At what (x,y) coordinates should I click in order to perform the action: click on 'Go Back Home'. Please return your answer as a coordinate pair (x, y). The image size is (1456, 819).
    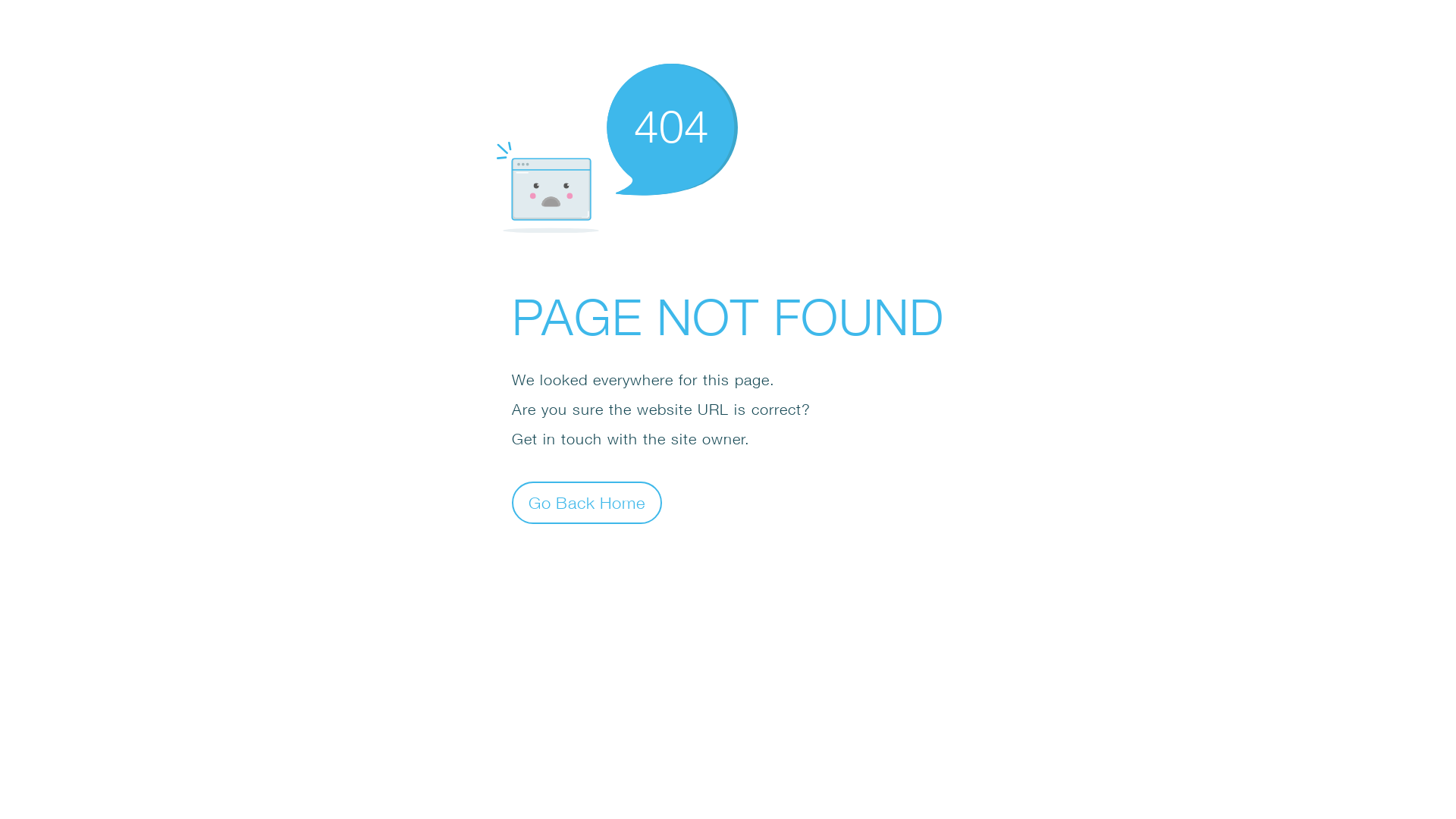
    Looking at the image, I should click on (585, 503).